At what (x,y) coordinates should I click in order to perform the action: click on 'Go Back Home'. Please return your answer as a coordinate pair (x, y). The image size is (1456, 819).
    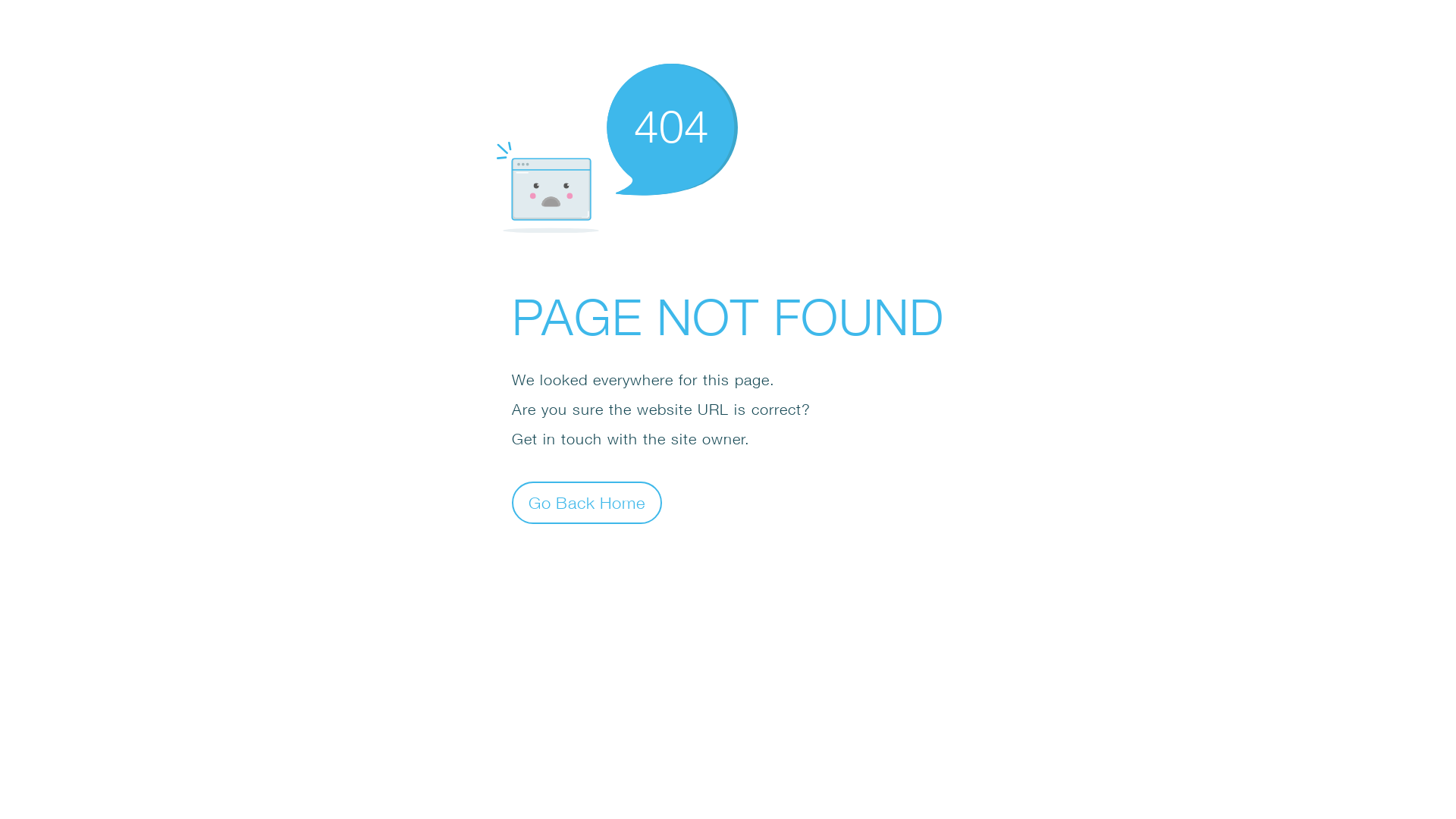
    Looking at the image, I should click on (585, 503).